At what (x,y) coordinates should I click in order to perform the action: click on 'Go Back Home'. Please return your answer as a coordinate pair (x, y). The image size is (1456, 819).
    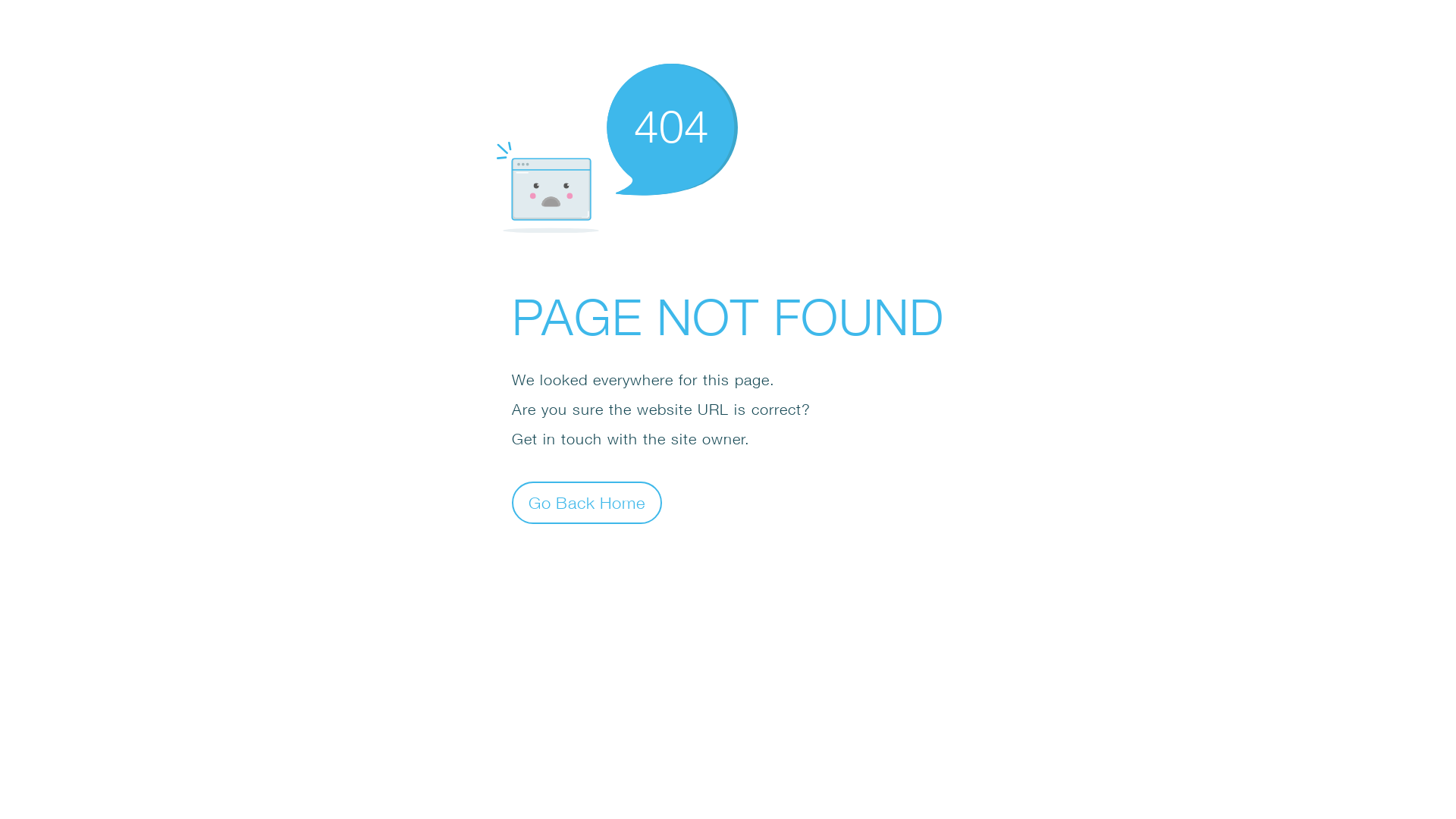
    Looking at the image, I should click on (585, 503).